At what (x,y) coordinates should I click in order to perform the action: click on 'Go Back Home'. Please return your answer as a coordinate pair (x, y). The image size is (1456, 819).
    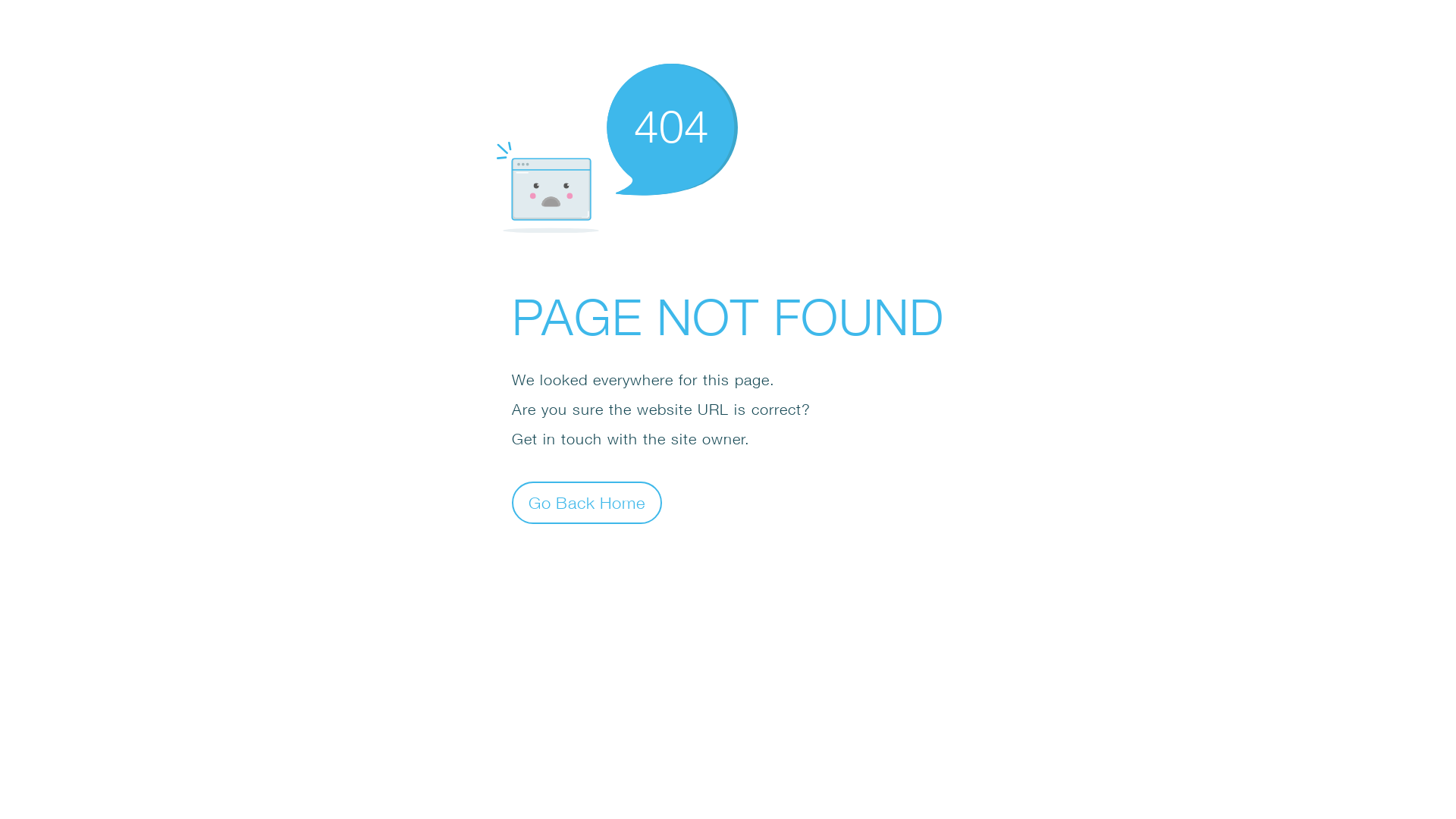
    Looking at the image, I should click on (585, 503).